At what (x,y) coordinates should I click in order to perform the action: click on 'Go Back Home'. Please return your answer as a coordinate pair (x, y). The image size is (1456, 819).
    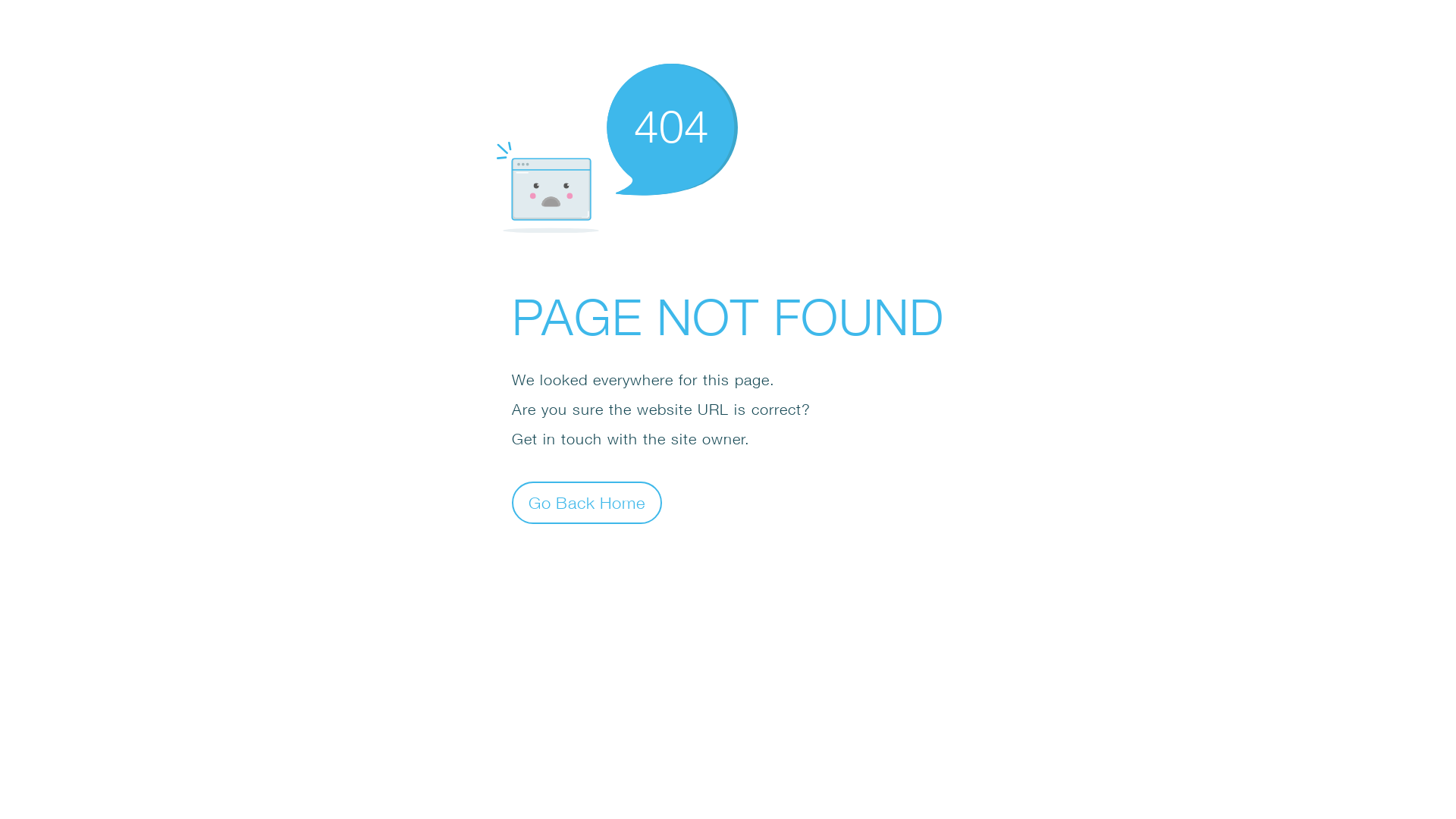
    Looking at the image, I should click on (585, 503).